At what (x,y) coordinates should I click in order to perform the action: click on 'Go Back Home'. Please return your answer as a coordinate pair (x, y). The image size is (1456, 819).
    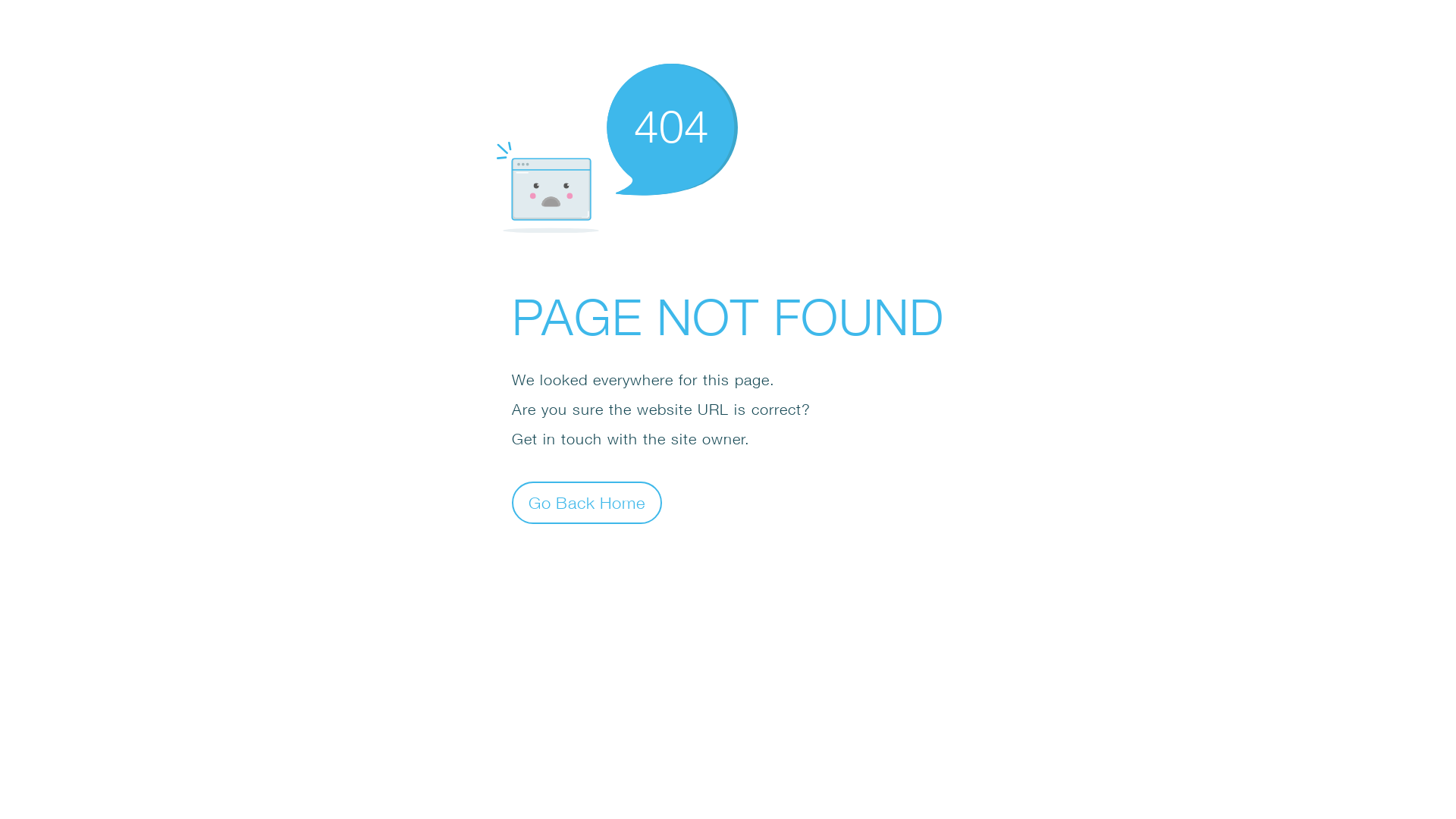
    Looking at the image, I should click on (585, 503).